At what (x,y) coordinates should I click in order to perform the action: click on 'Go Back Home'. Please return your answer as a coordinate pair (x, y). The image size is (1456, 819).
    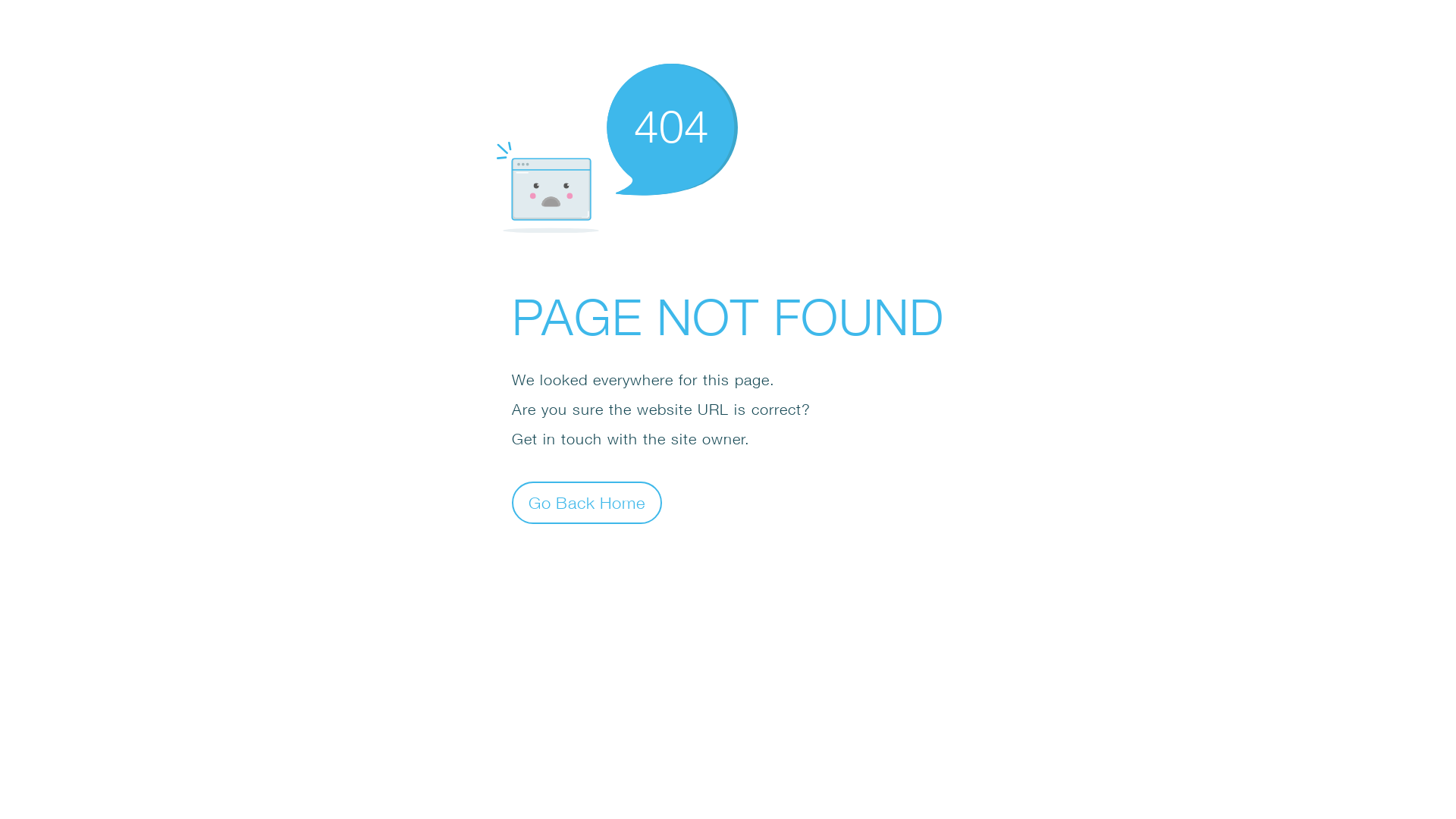
    Looking at the image, I should click on (585, 503).